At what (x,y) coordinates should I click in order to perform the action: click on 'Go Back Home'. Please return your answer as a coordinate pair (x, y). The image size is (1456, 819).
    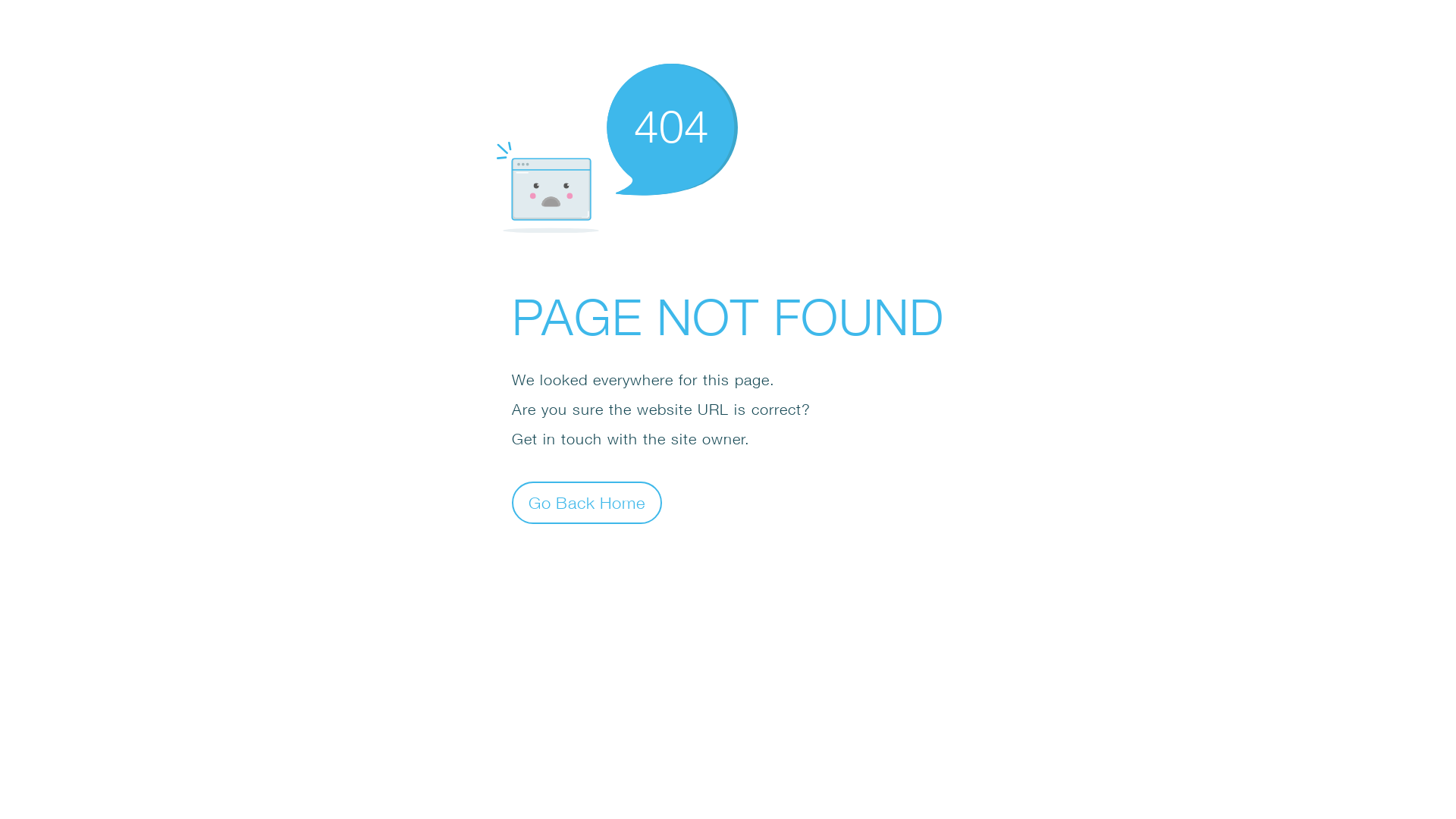
    Looking at the image, I should click on (585, 503).